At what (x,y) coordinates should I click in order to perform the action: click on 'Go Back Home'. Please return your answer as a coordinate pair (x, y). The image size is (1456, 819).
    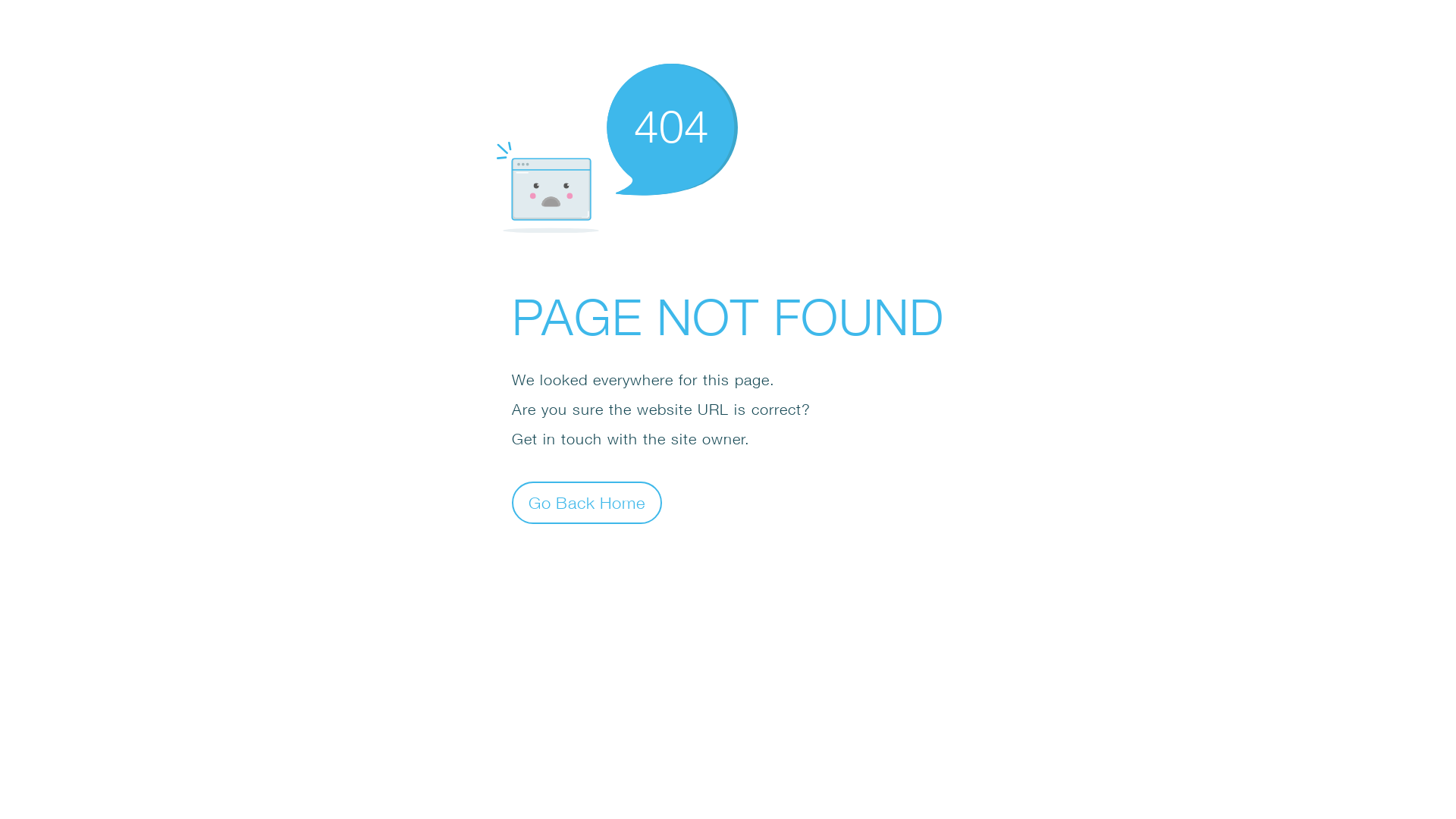
    Looking at the image, I should click on (585, 503).